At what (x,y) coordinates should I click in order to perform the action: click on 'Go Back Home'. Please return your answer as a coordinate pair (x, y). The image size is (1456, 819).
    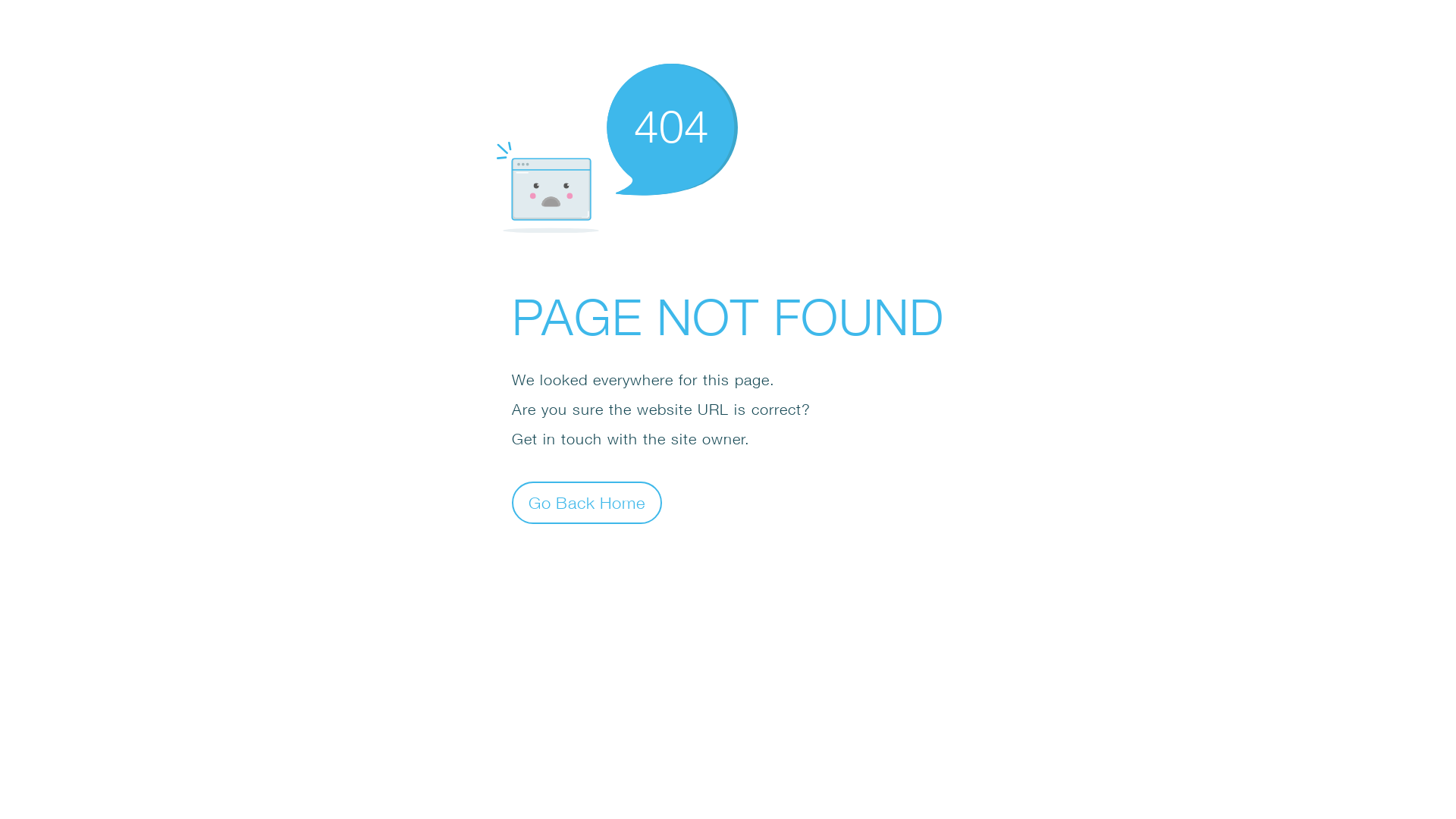
    Looking at the image, I should click on (585, 503).